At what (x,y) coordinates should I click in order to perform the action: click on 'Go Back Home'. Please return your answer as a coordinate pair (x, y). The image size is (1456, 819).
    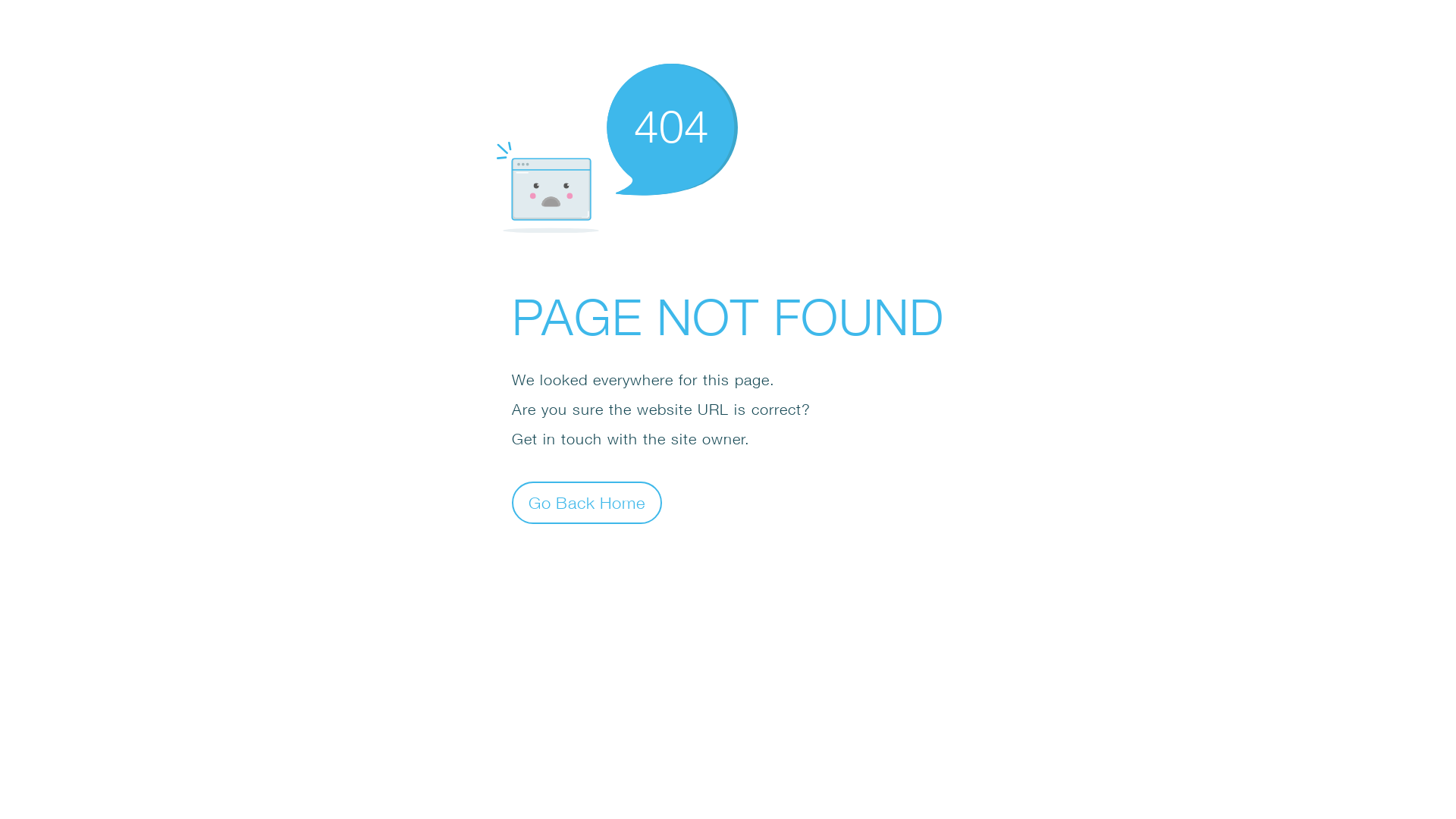
    Looking at the image, I should click on (585, 503).